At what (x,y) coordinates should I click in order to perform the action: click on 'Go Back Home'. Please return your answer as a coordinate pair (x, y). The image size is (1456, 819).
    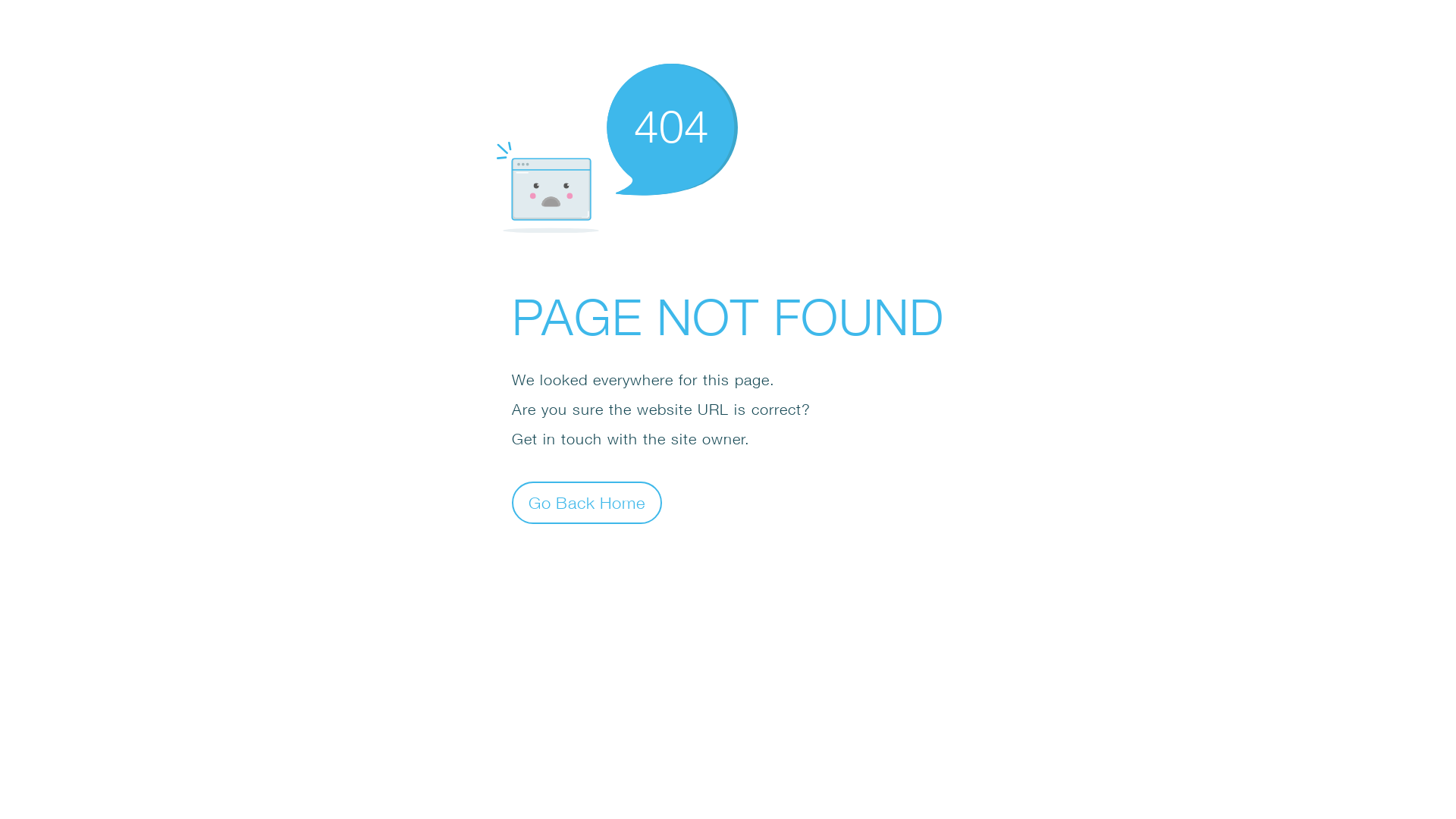
    Looking at the image, I should click on (585, 503).